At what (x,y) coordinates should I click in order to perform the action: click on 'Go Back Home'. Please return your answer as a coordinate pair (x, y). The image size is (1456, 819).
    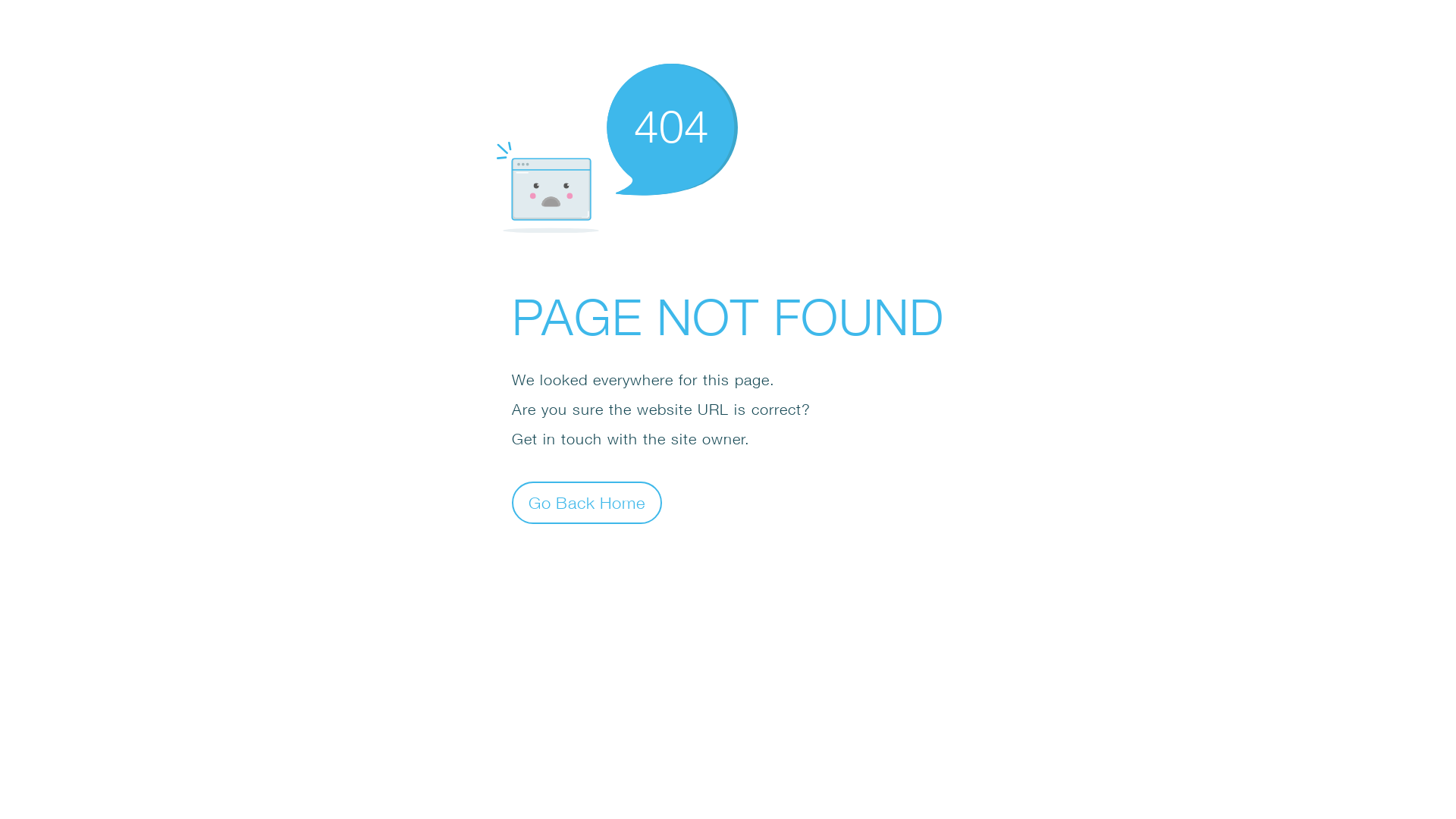
    Looking at the image, I should click on (585, 503).